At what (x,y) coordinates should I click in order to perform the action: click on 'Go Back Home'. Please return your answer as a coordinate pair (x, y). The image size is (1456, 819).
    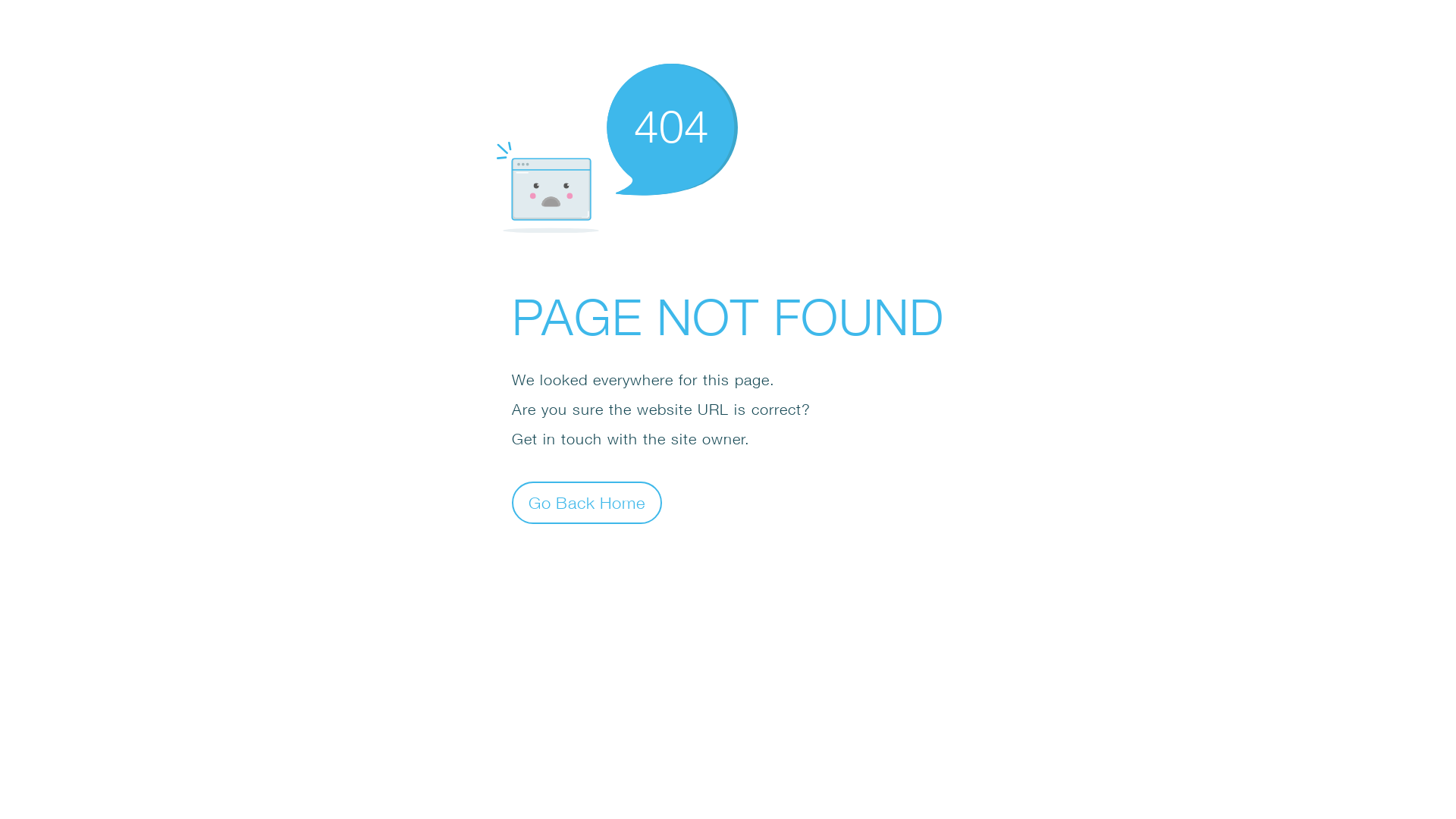
    Looking at the image, I should click on (585, 503).